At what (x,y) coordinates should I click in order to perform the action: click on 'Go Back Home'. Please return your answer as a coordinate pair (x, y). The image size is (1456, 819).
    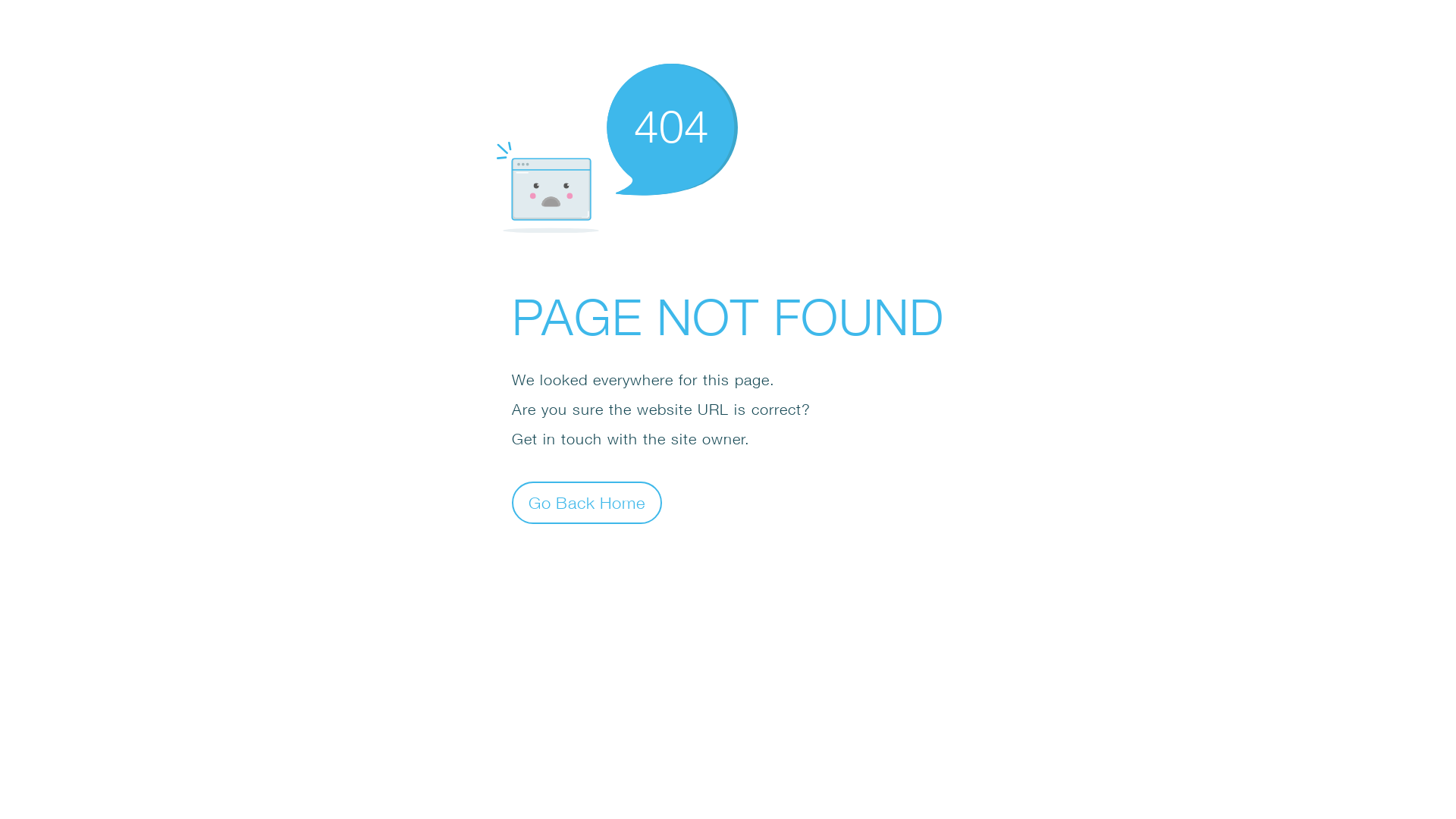
    Looking at the image, I should click on (585, 503).